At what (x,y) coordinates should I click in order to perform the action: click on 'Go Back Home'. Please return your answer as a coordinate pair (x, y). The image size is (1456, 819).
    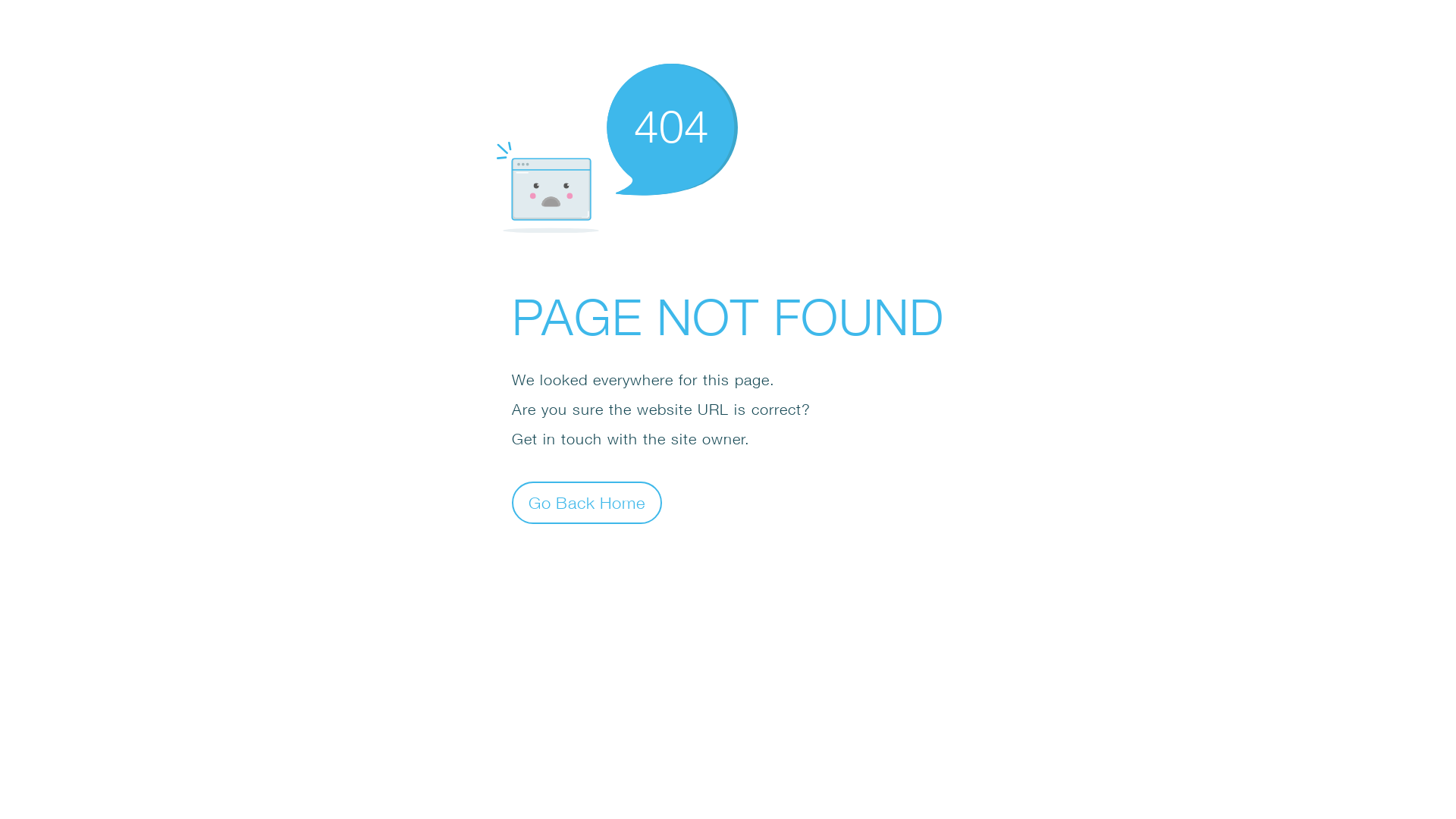
    Looking at the image, I should click on (585, 503).